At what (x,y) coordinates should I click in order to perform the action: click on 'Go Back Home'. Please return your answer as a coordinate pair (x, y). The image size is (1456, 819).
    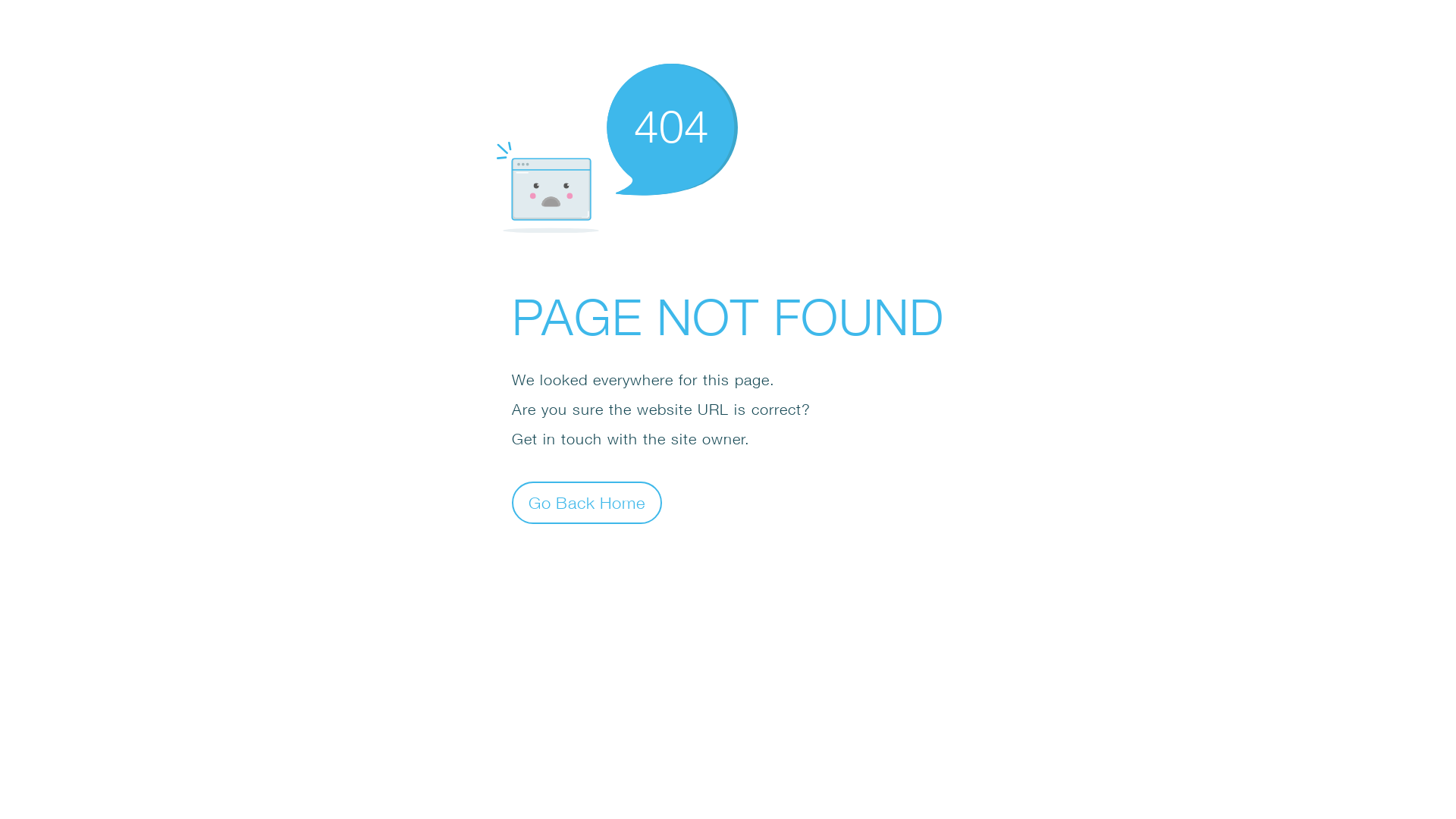
    Looking at the image, I should click on (585, 503).